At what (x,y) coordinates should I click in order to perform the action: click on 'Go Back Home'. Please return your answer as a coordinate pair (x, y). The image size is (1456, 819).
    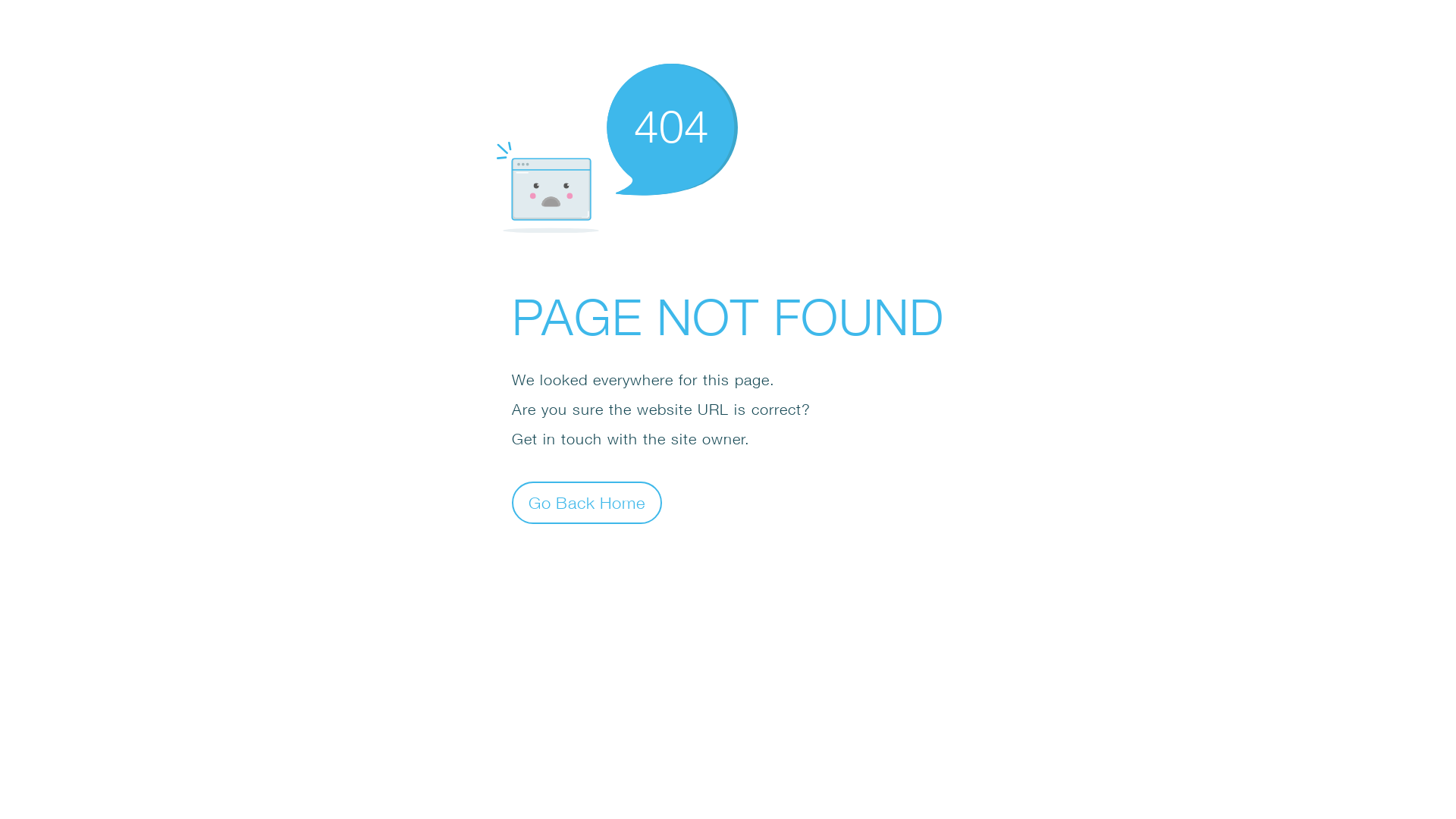
    Looking at the image, I should click on (585, 503).